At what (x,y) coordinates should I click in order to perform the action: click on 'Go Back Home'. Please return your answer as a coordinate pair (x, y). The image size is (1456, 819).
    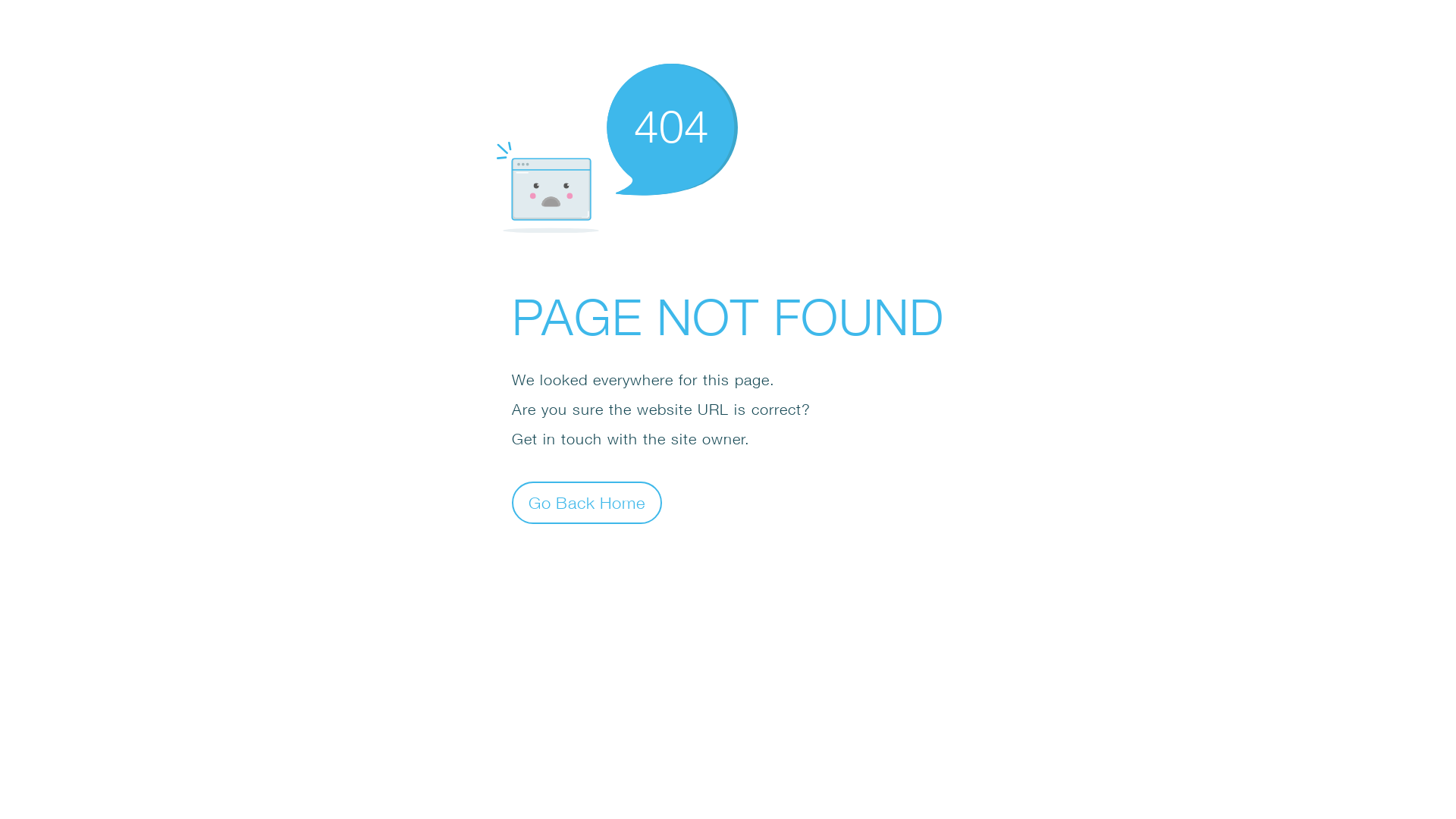
    Looking at the image, I should click on (585, 503).